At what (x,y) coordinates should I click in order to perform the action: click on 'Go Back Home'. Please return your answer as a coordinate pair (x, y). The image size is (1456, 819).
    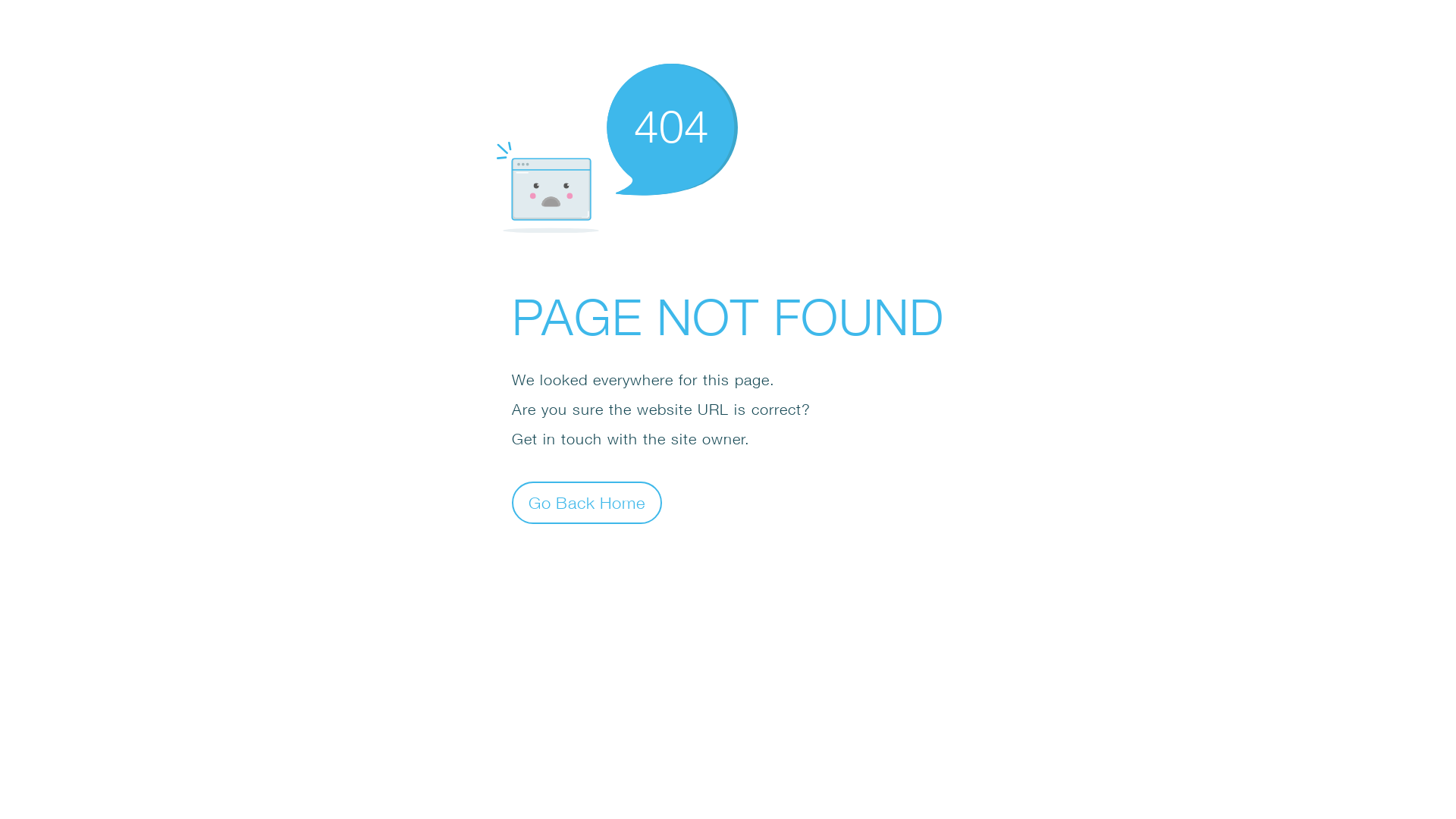
    Looking at the image, I should click on (585, 503).